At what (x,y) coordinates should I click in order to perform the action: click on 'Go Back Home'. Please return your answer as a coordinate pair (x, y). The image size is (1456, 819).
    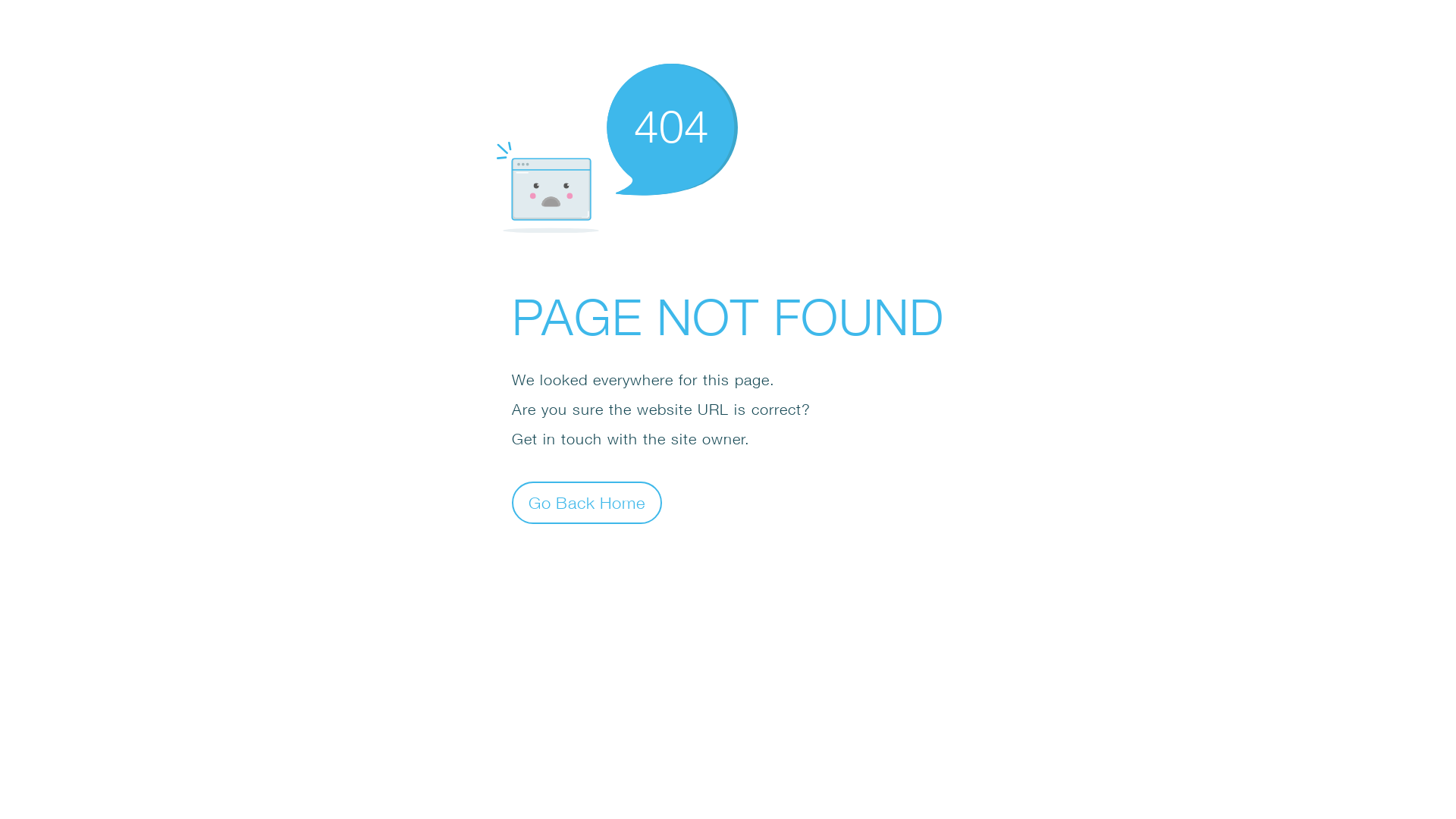
    Looking at the image, I should click on (585, 503).